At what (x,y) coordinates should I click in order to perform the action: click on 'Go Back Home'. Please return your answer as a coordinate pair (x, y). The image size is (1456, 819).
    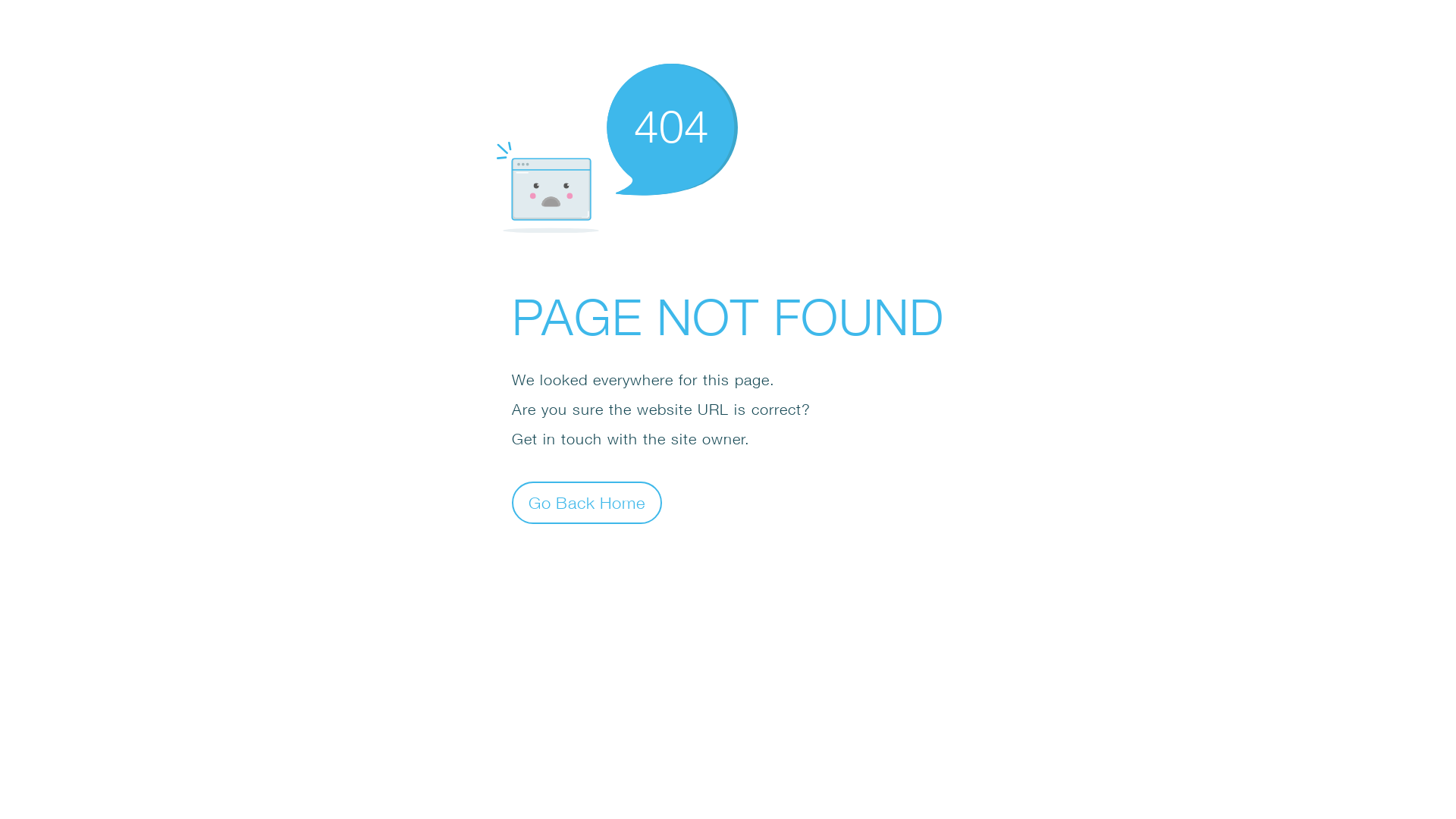
    Looking at the image, I should click on (585, 503).